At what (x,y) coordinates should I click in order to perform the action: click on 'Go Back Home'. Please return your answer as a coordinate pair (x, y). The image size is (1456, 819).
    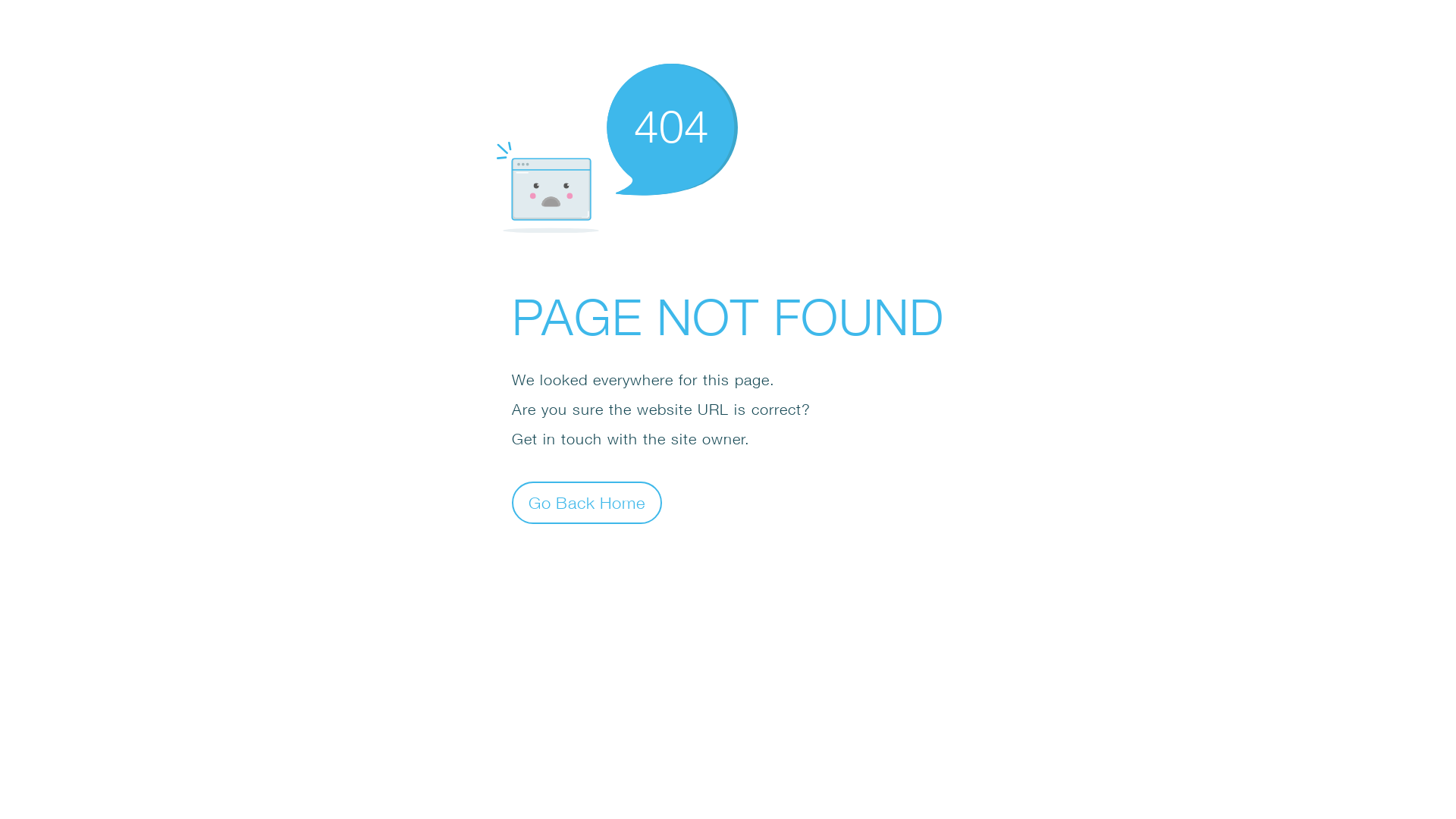
    Looking at the image, I should click on (585, 503).